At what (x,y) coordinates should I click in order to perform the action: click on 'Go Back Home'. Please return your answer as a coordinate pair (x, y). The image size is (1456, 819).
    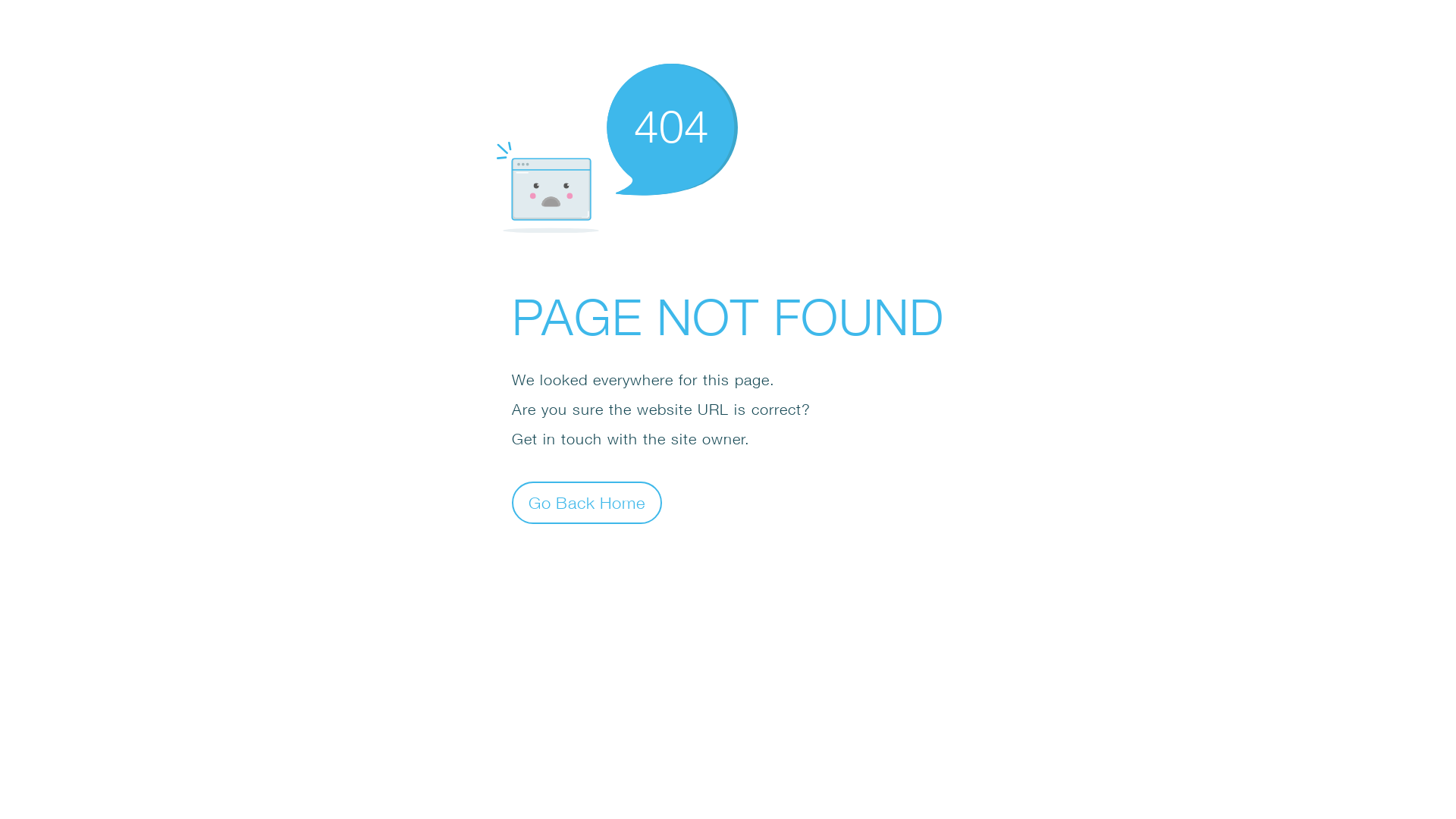
    Looking at the image, I should click on (585, 503).